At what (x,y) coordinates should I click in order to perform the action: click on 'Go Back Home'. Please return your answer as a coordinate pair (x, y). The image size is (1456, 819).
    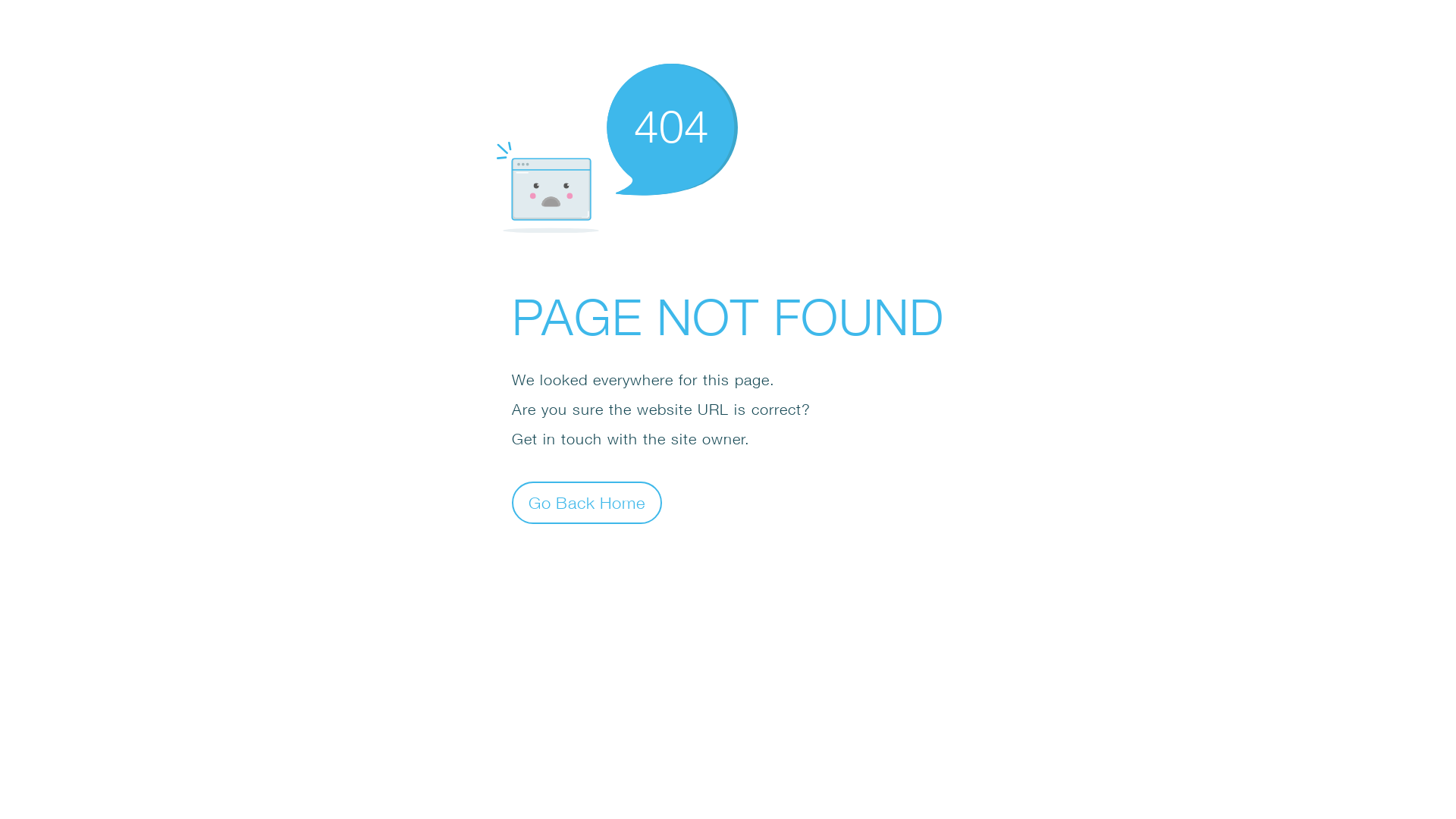
    Looking at the image, I should click on (585, 503).